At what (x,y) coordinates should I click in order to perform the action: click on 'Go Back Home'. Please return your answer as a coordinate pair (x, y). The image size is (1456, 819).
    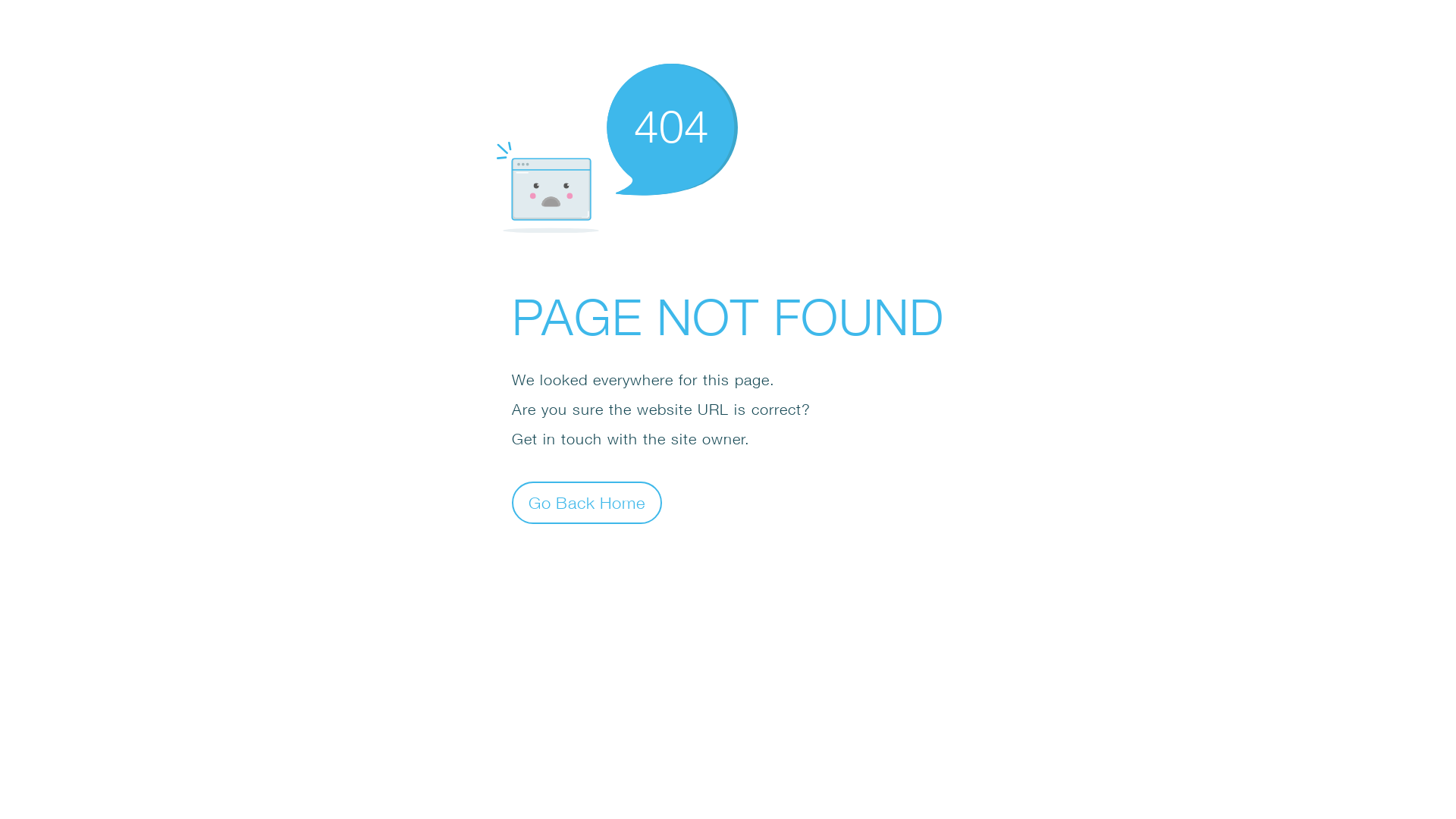
    Looking at the image, I should click on (585, 503).